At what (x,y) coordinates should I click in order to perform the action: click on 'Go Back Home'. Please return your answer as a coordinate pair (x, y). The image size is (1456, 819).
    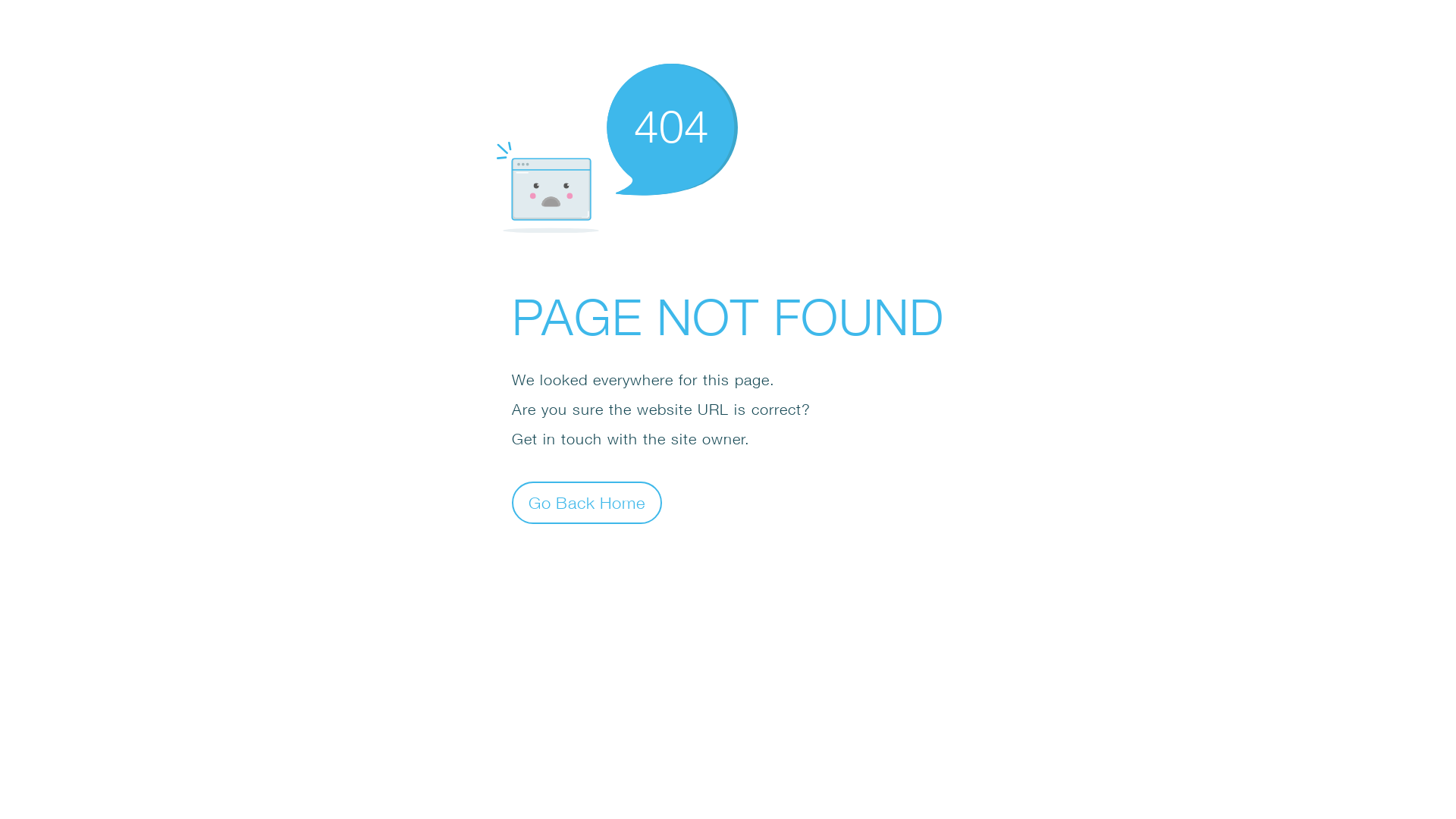
    Looking at the image, I should click on (585, 503).